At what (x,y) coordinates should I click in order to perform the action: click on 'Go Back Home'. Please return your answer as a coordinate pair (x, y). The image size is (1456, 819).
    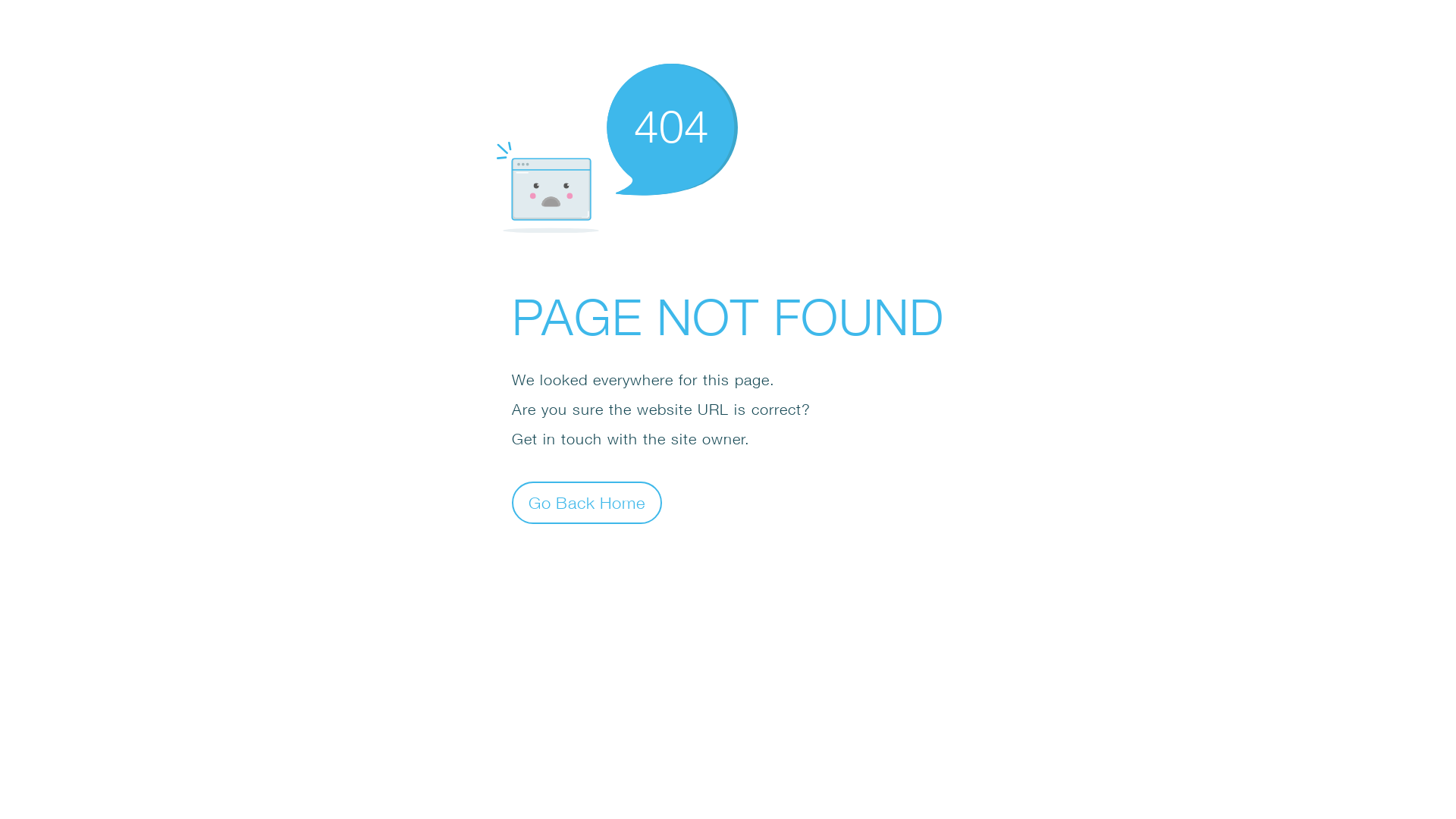
    Looking at the image, I should click on (585, 503).